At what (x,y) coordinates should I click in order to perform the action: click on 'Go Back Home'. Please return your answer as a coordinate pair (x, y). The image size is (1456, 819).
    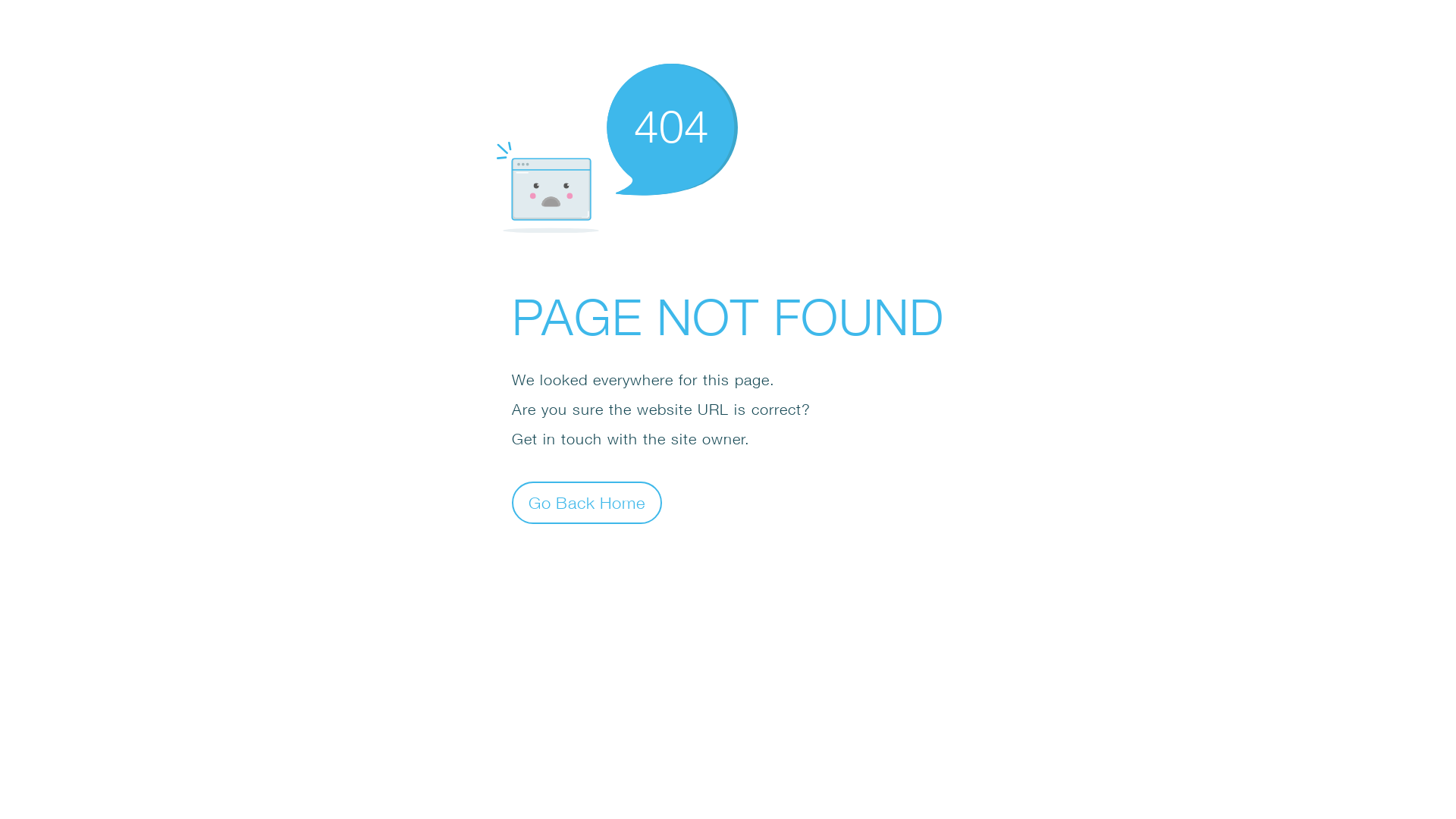
    Looking at the image, I should click on (585, 503).